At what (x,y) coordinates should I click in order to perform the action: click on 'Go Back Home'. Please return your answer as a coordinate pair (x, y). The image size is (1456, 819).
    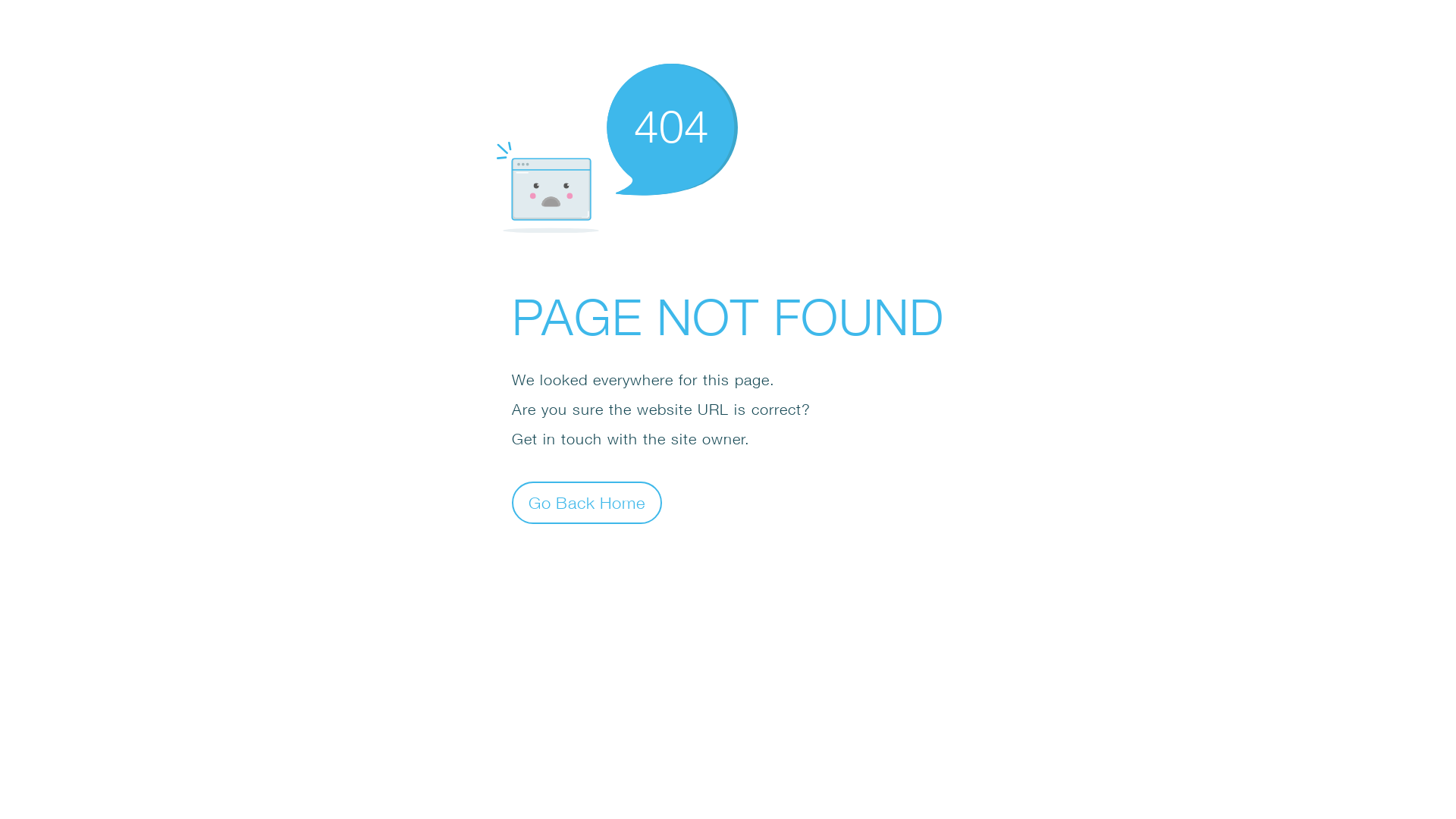
    Looking at the image, I should click on (585, 503).